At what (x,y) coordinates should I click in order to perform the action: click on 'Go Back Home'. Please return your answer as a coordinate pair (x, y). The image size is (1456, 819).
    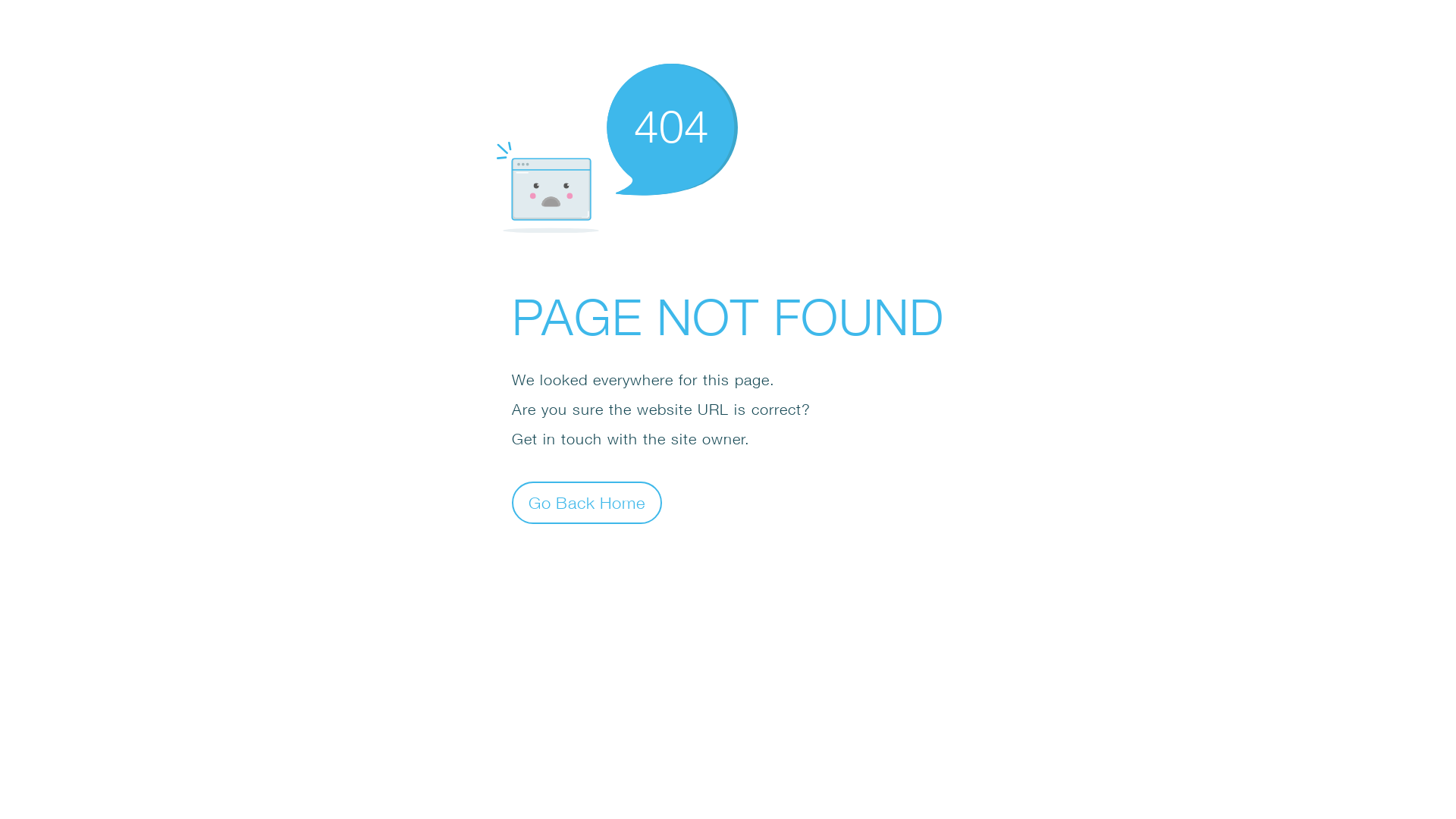
    Looking at the image, I should click on (585, 503).